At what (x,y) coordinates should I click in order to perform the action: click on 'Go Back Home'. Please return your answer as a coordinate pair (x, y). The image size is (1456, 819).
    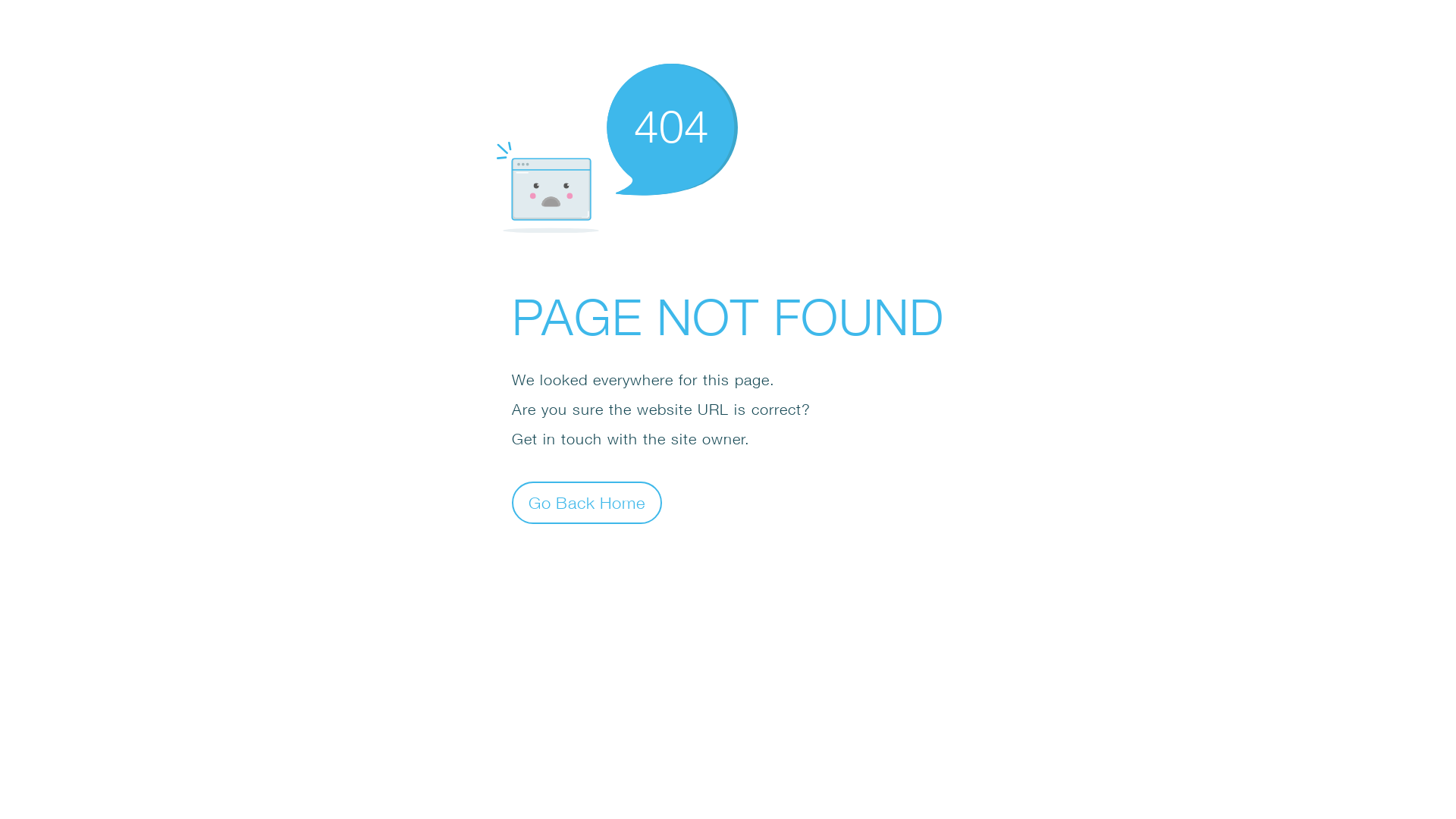
    Looking at the image, I should click on (585, 503).